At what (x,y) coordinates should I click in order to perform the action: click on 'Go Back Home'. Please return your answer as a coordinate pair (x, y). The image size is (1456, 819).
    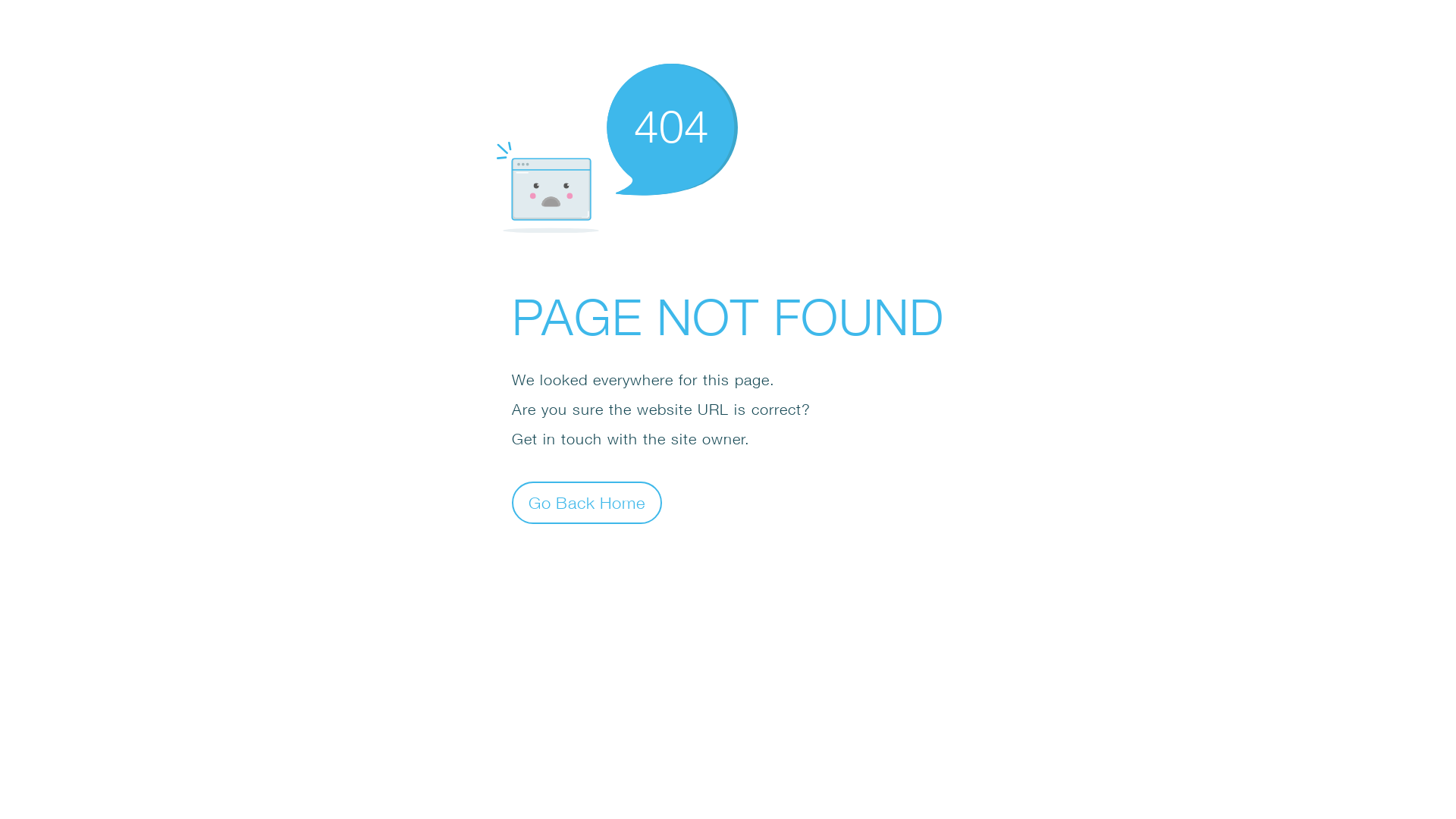
    Looking at the image, I should click on (585, 503).